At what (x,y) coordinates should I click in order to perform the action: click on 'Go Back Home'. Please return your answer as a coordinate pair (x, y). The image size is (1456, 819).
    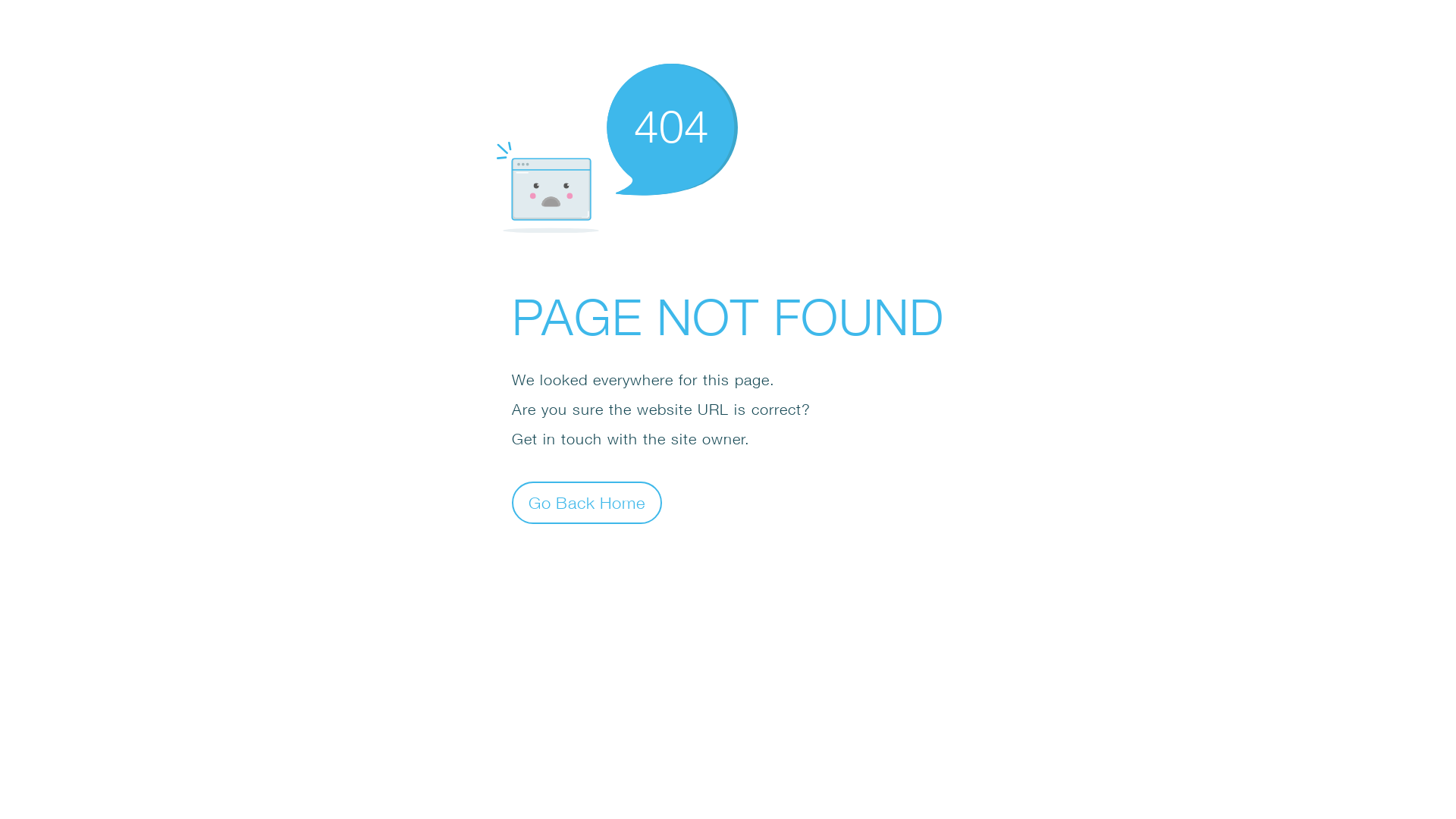
    Looking at the image, I should click on (585, 503).